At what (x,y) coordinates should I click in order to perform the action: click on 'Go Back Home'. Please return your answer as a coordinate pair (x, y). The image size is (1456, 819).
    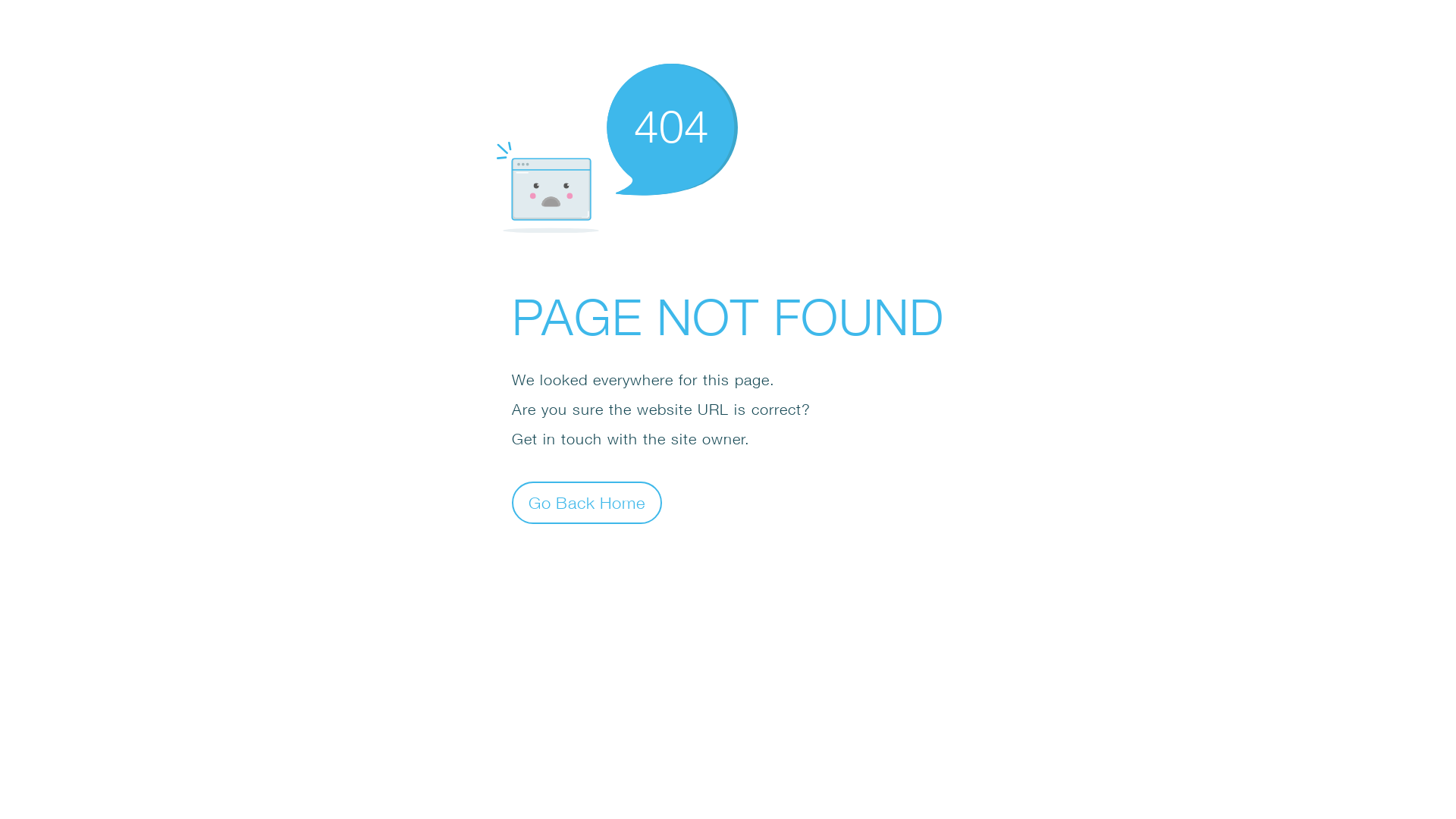
    Looking at the image, I should click on (585, 503).